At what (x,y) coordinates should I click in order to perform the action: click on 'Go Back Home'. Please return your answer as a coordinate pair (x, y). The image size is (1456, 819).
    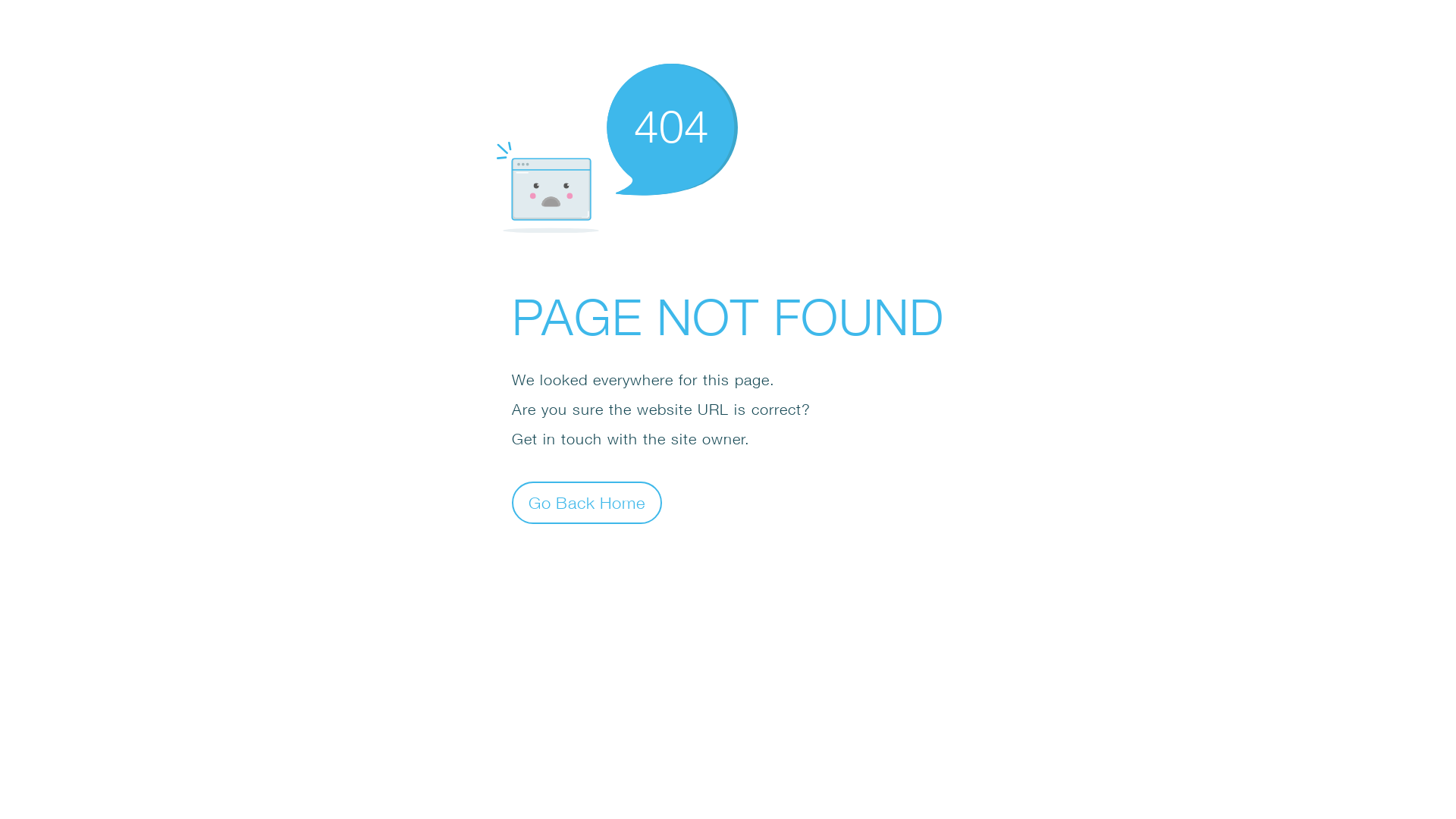
    Looking at the image, I should click on (585, 503).